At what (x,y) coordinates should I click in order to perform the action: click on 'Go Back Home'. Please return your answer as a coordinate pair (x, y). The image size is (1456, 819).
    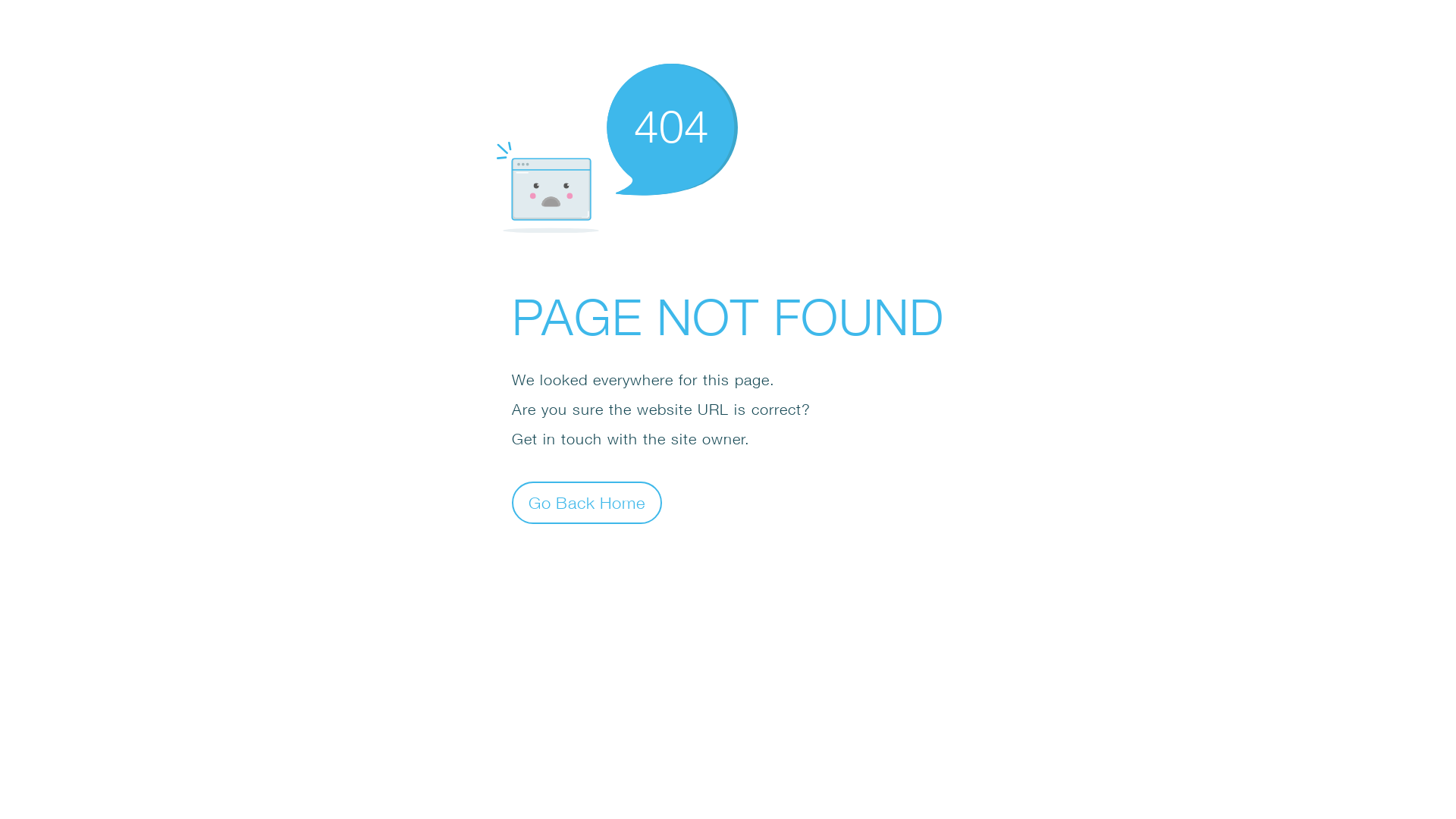
    Looking at the image, I should click on (585, 503).